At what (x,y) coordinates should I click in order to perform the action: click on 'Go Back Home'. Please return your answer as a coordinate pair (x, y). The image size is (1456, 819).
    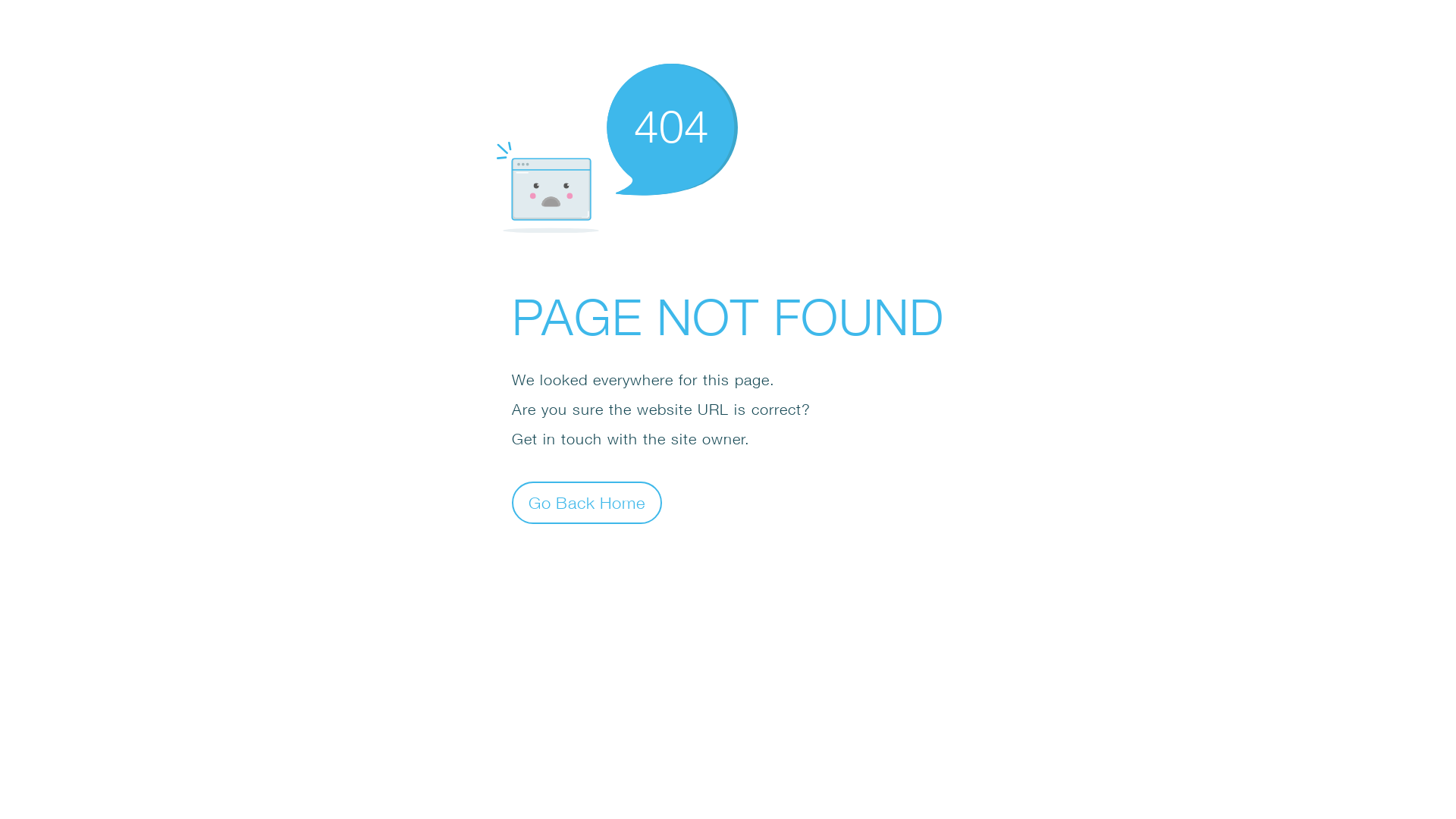
    Looking at the image, I should click on (585, 503).